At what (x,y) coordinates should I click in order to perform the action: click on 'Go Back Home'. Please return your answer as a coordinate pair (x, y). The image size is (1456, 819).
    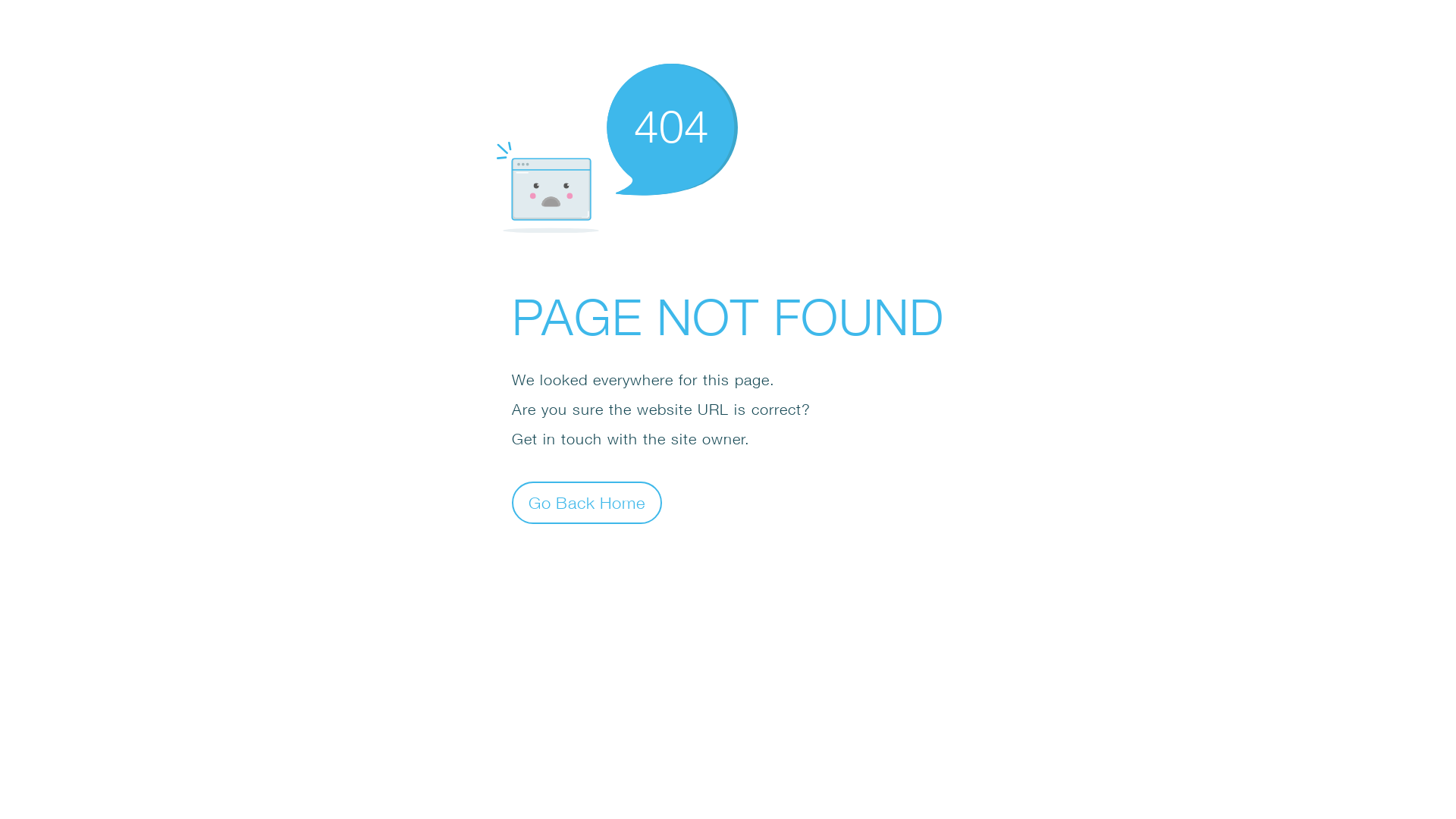
    Looking at the image, I should click on (585, 503).